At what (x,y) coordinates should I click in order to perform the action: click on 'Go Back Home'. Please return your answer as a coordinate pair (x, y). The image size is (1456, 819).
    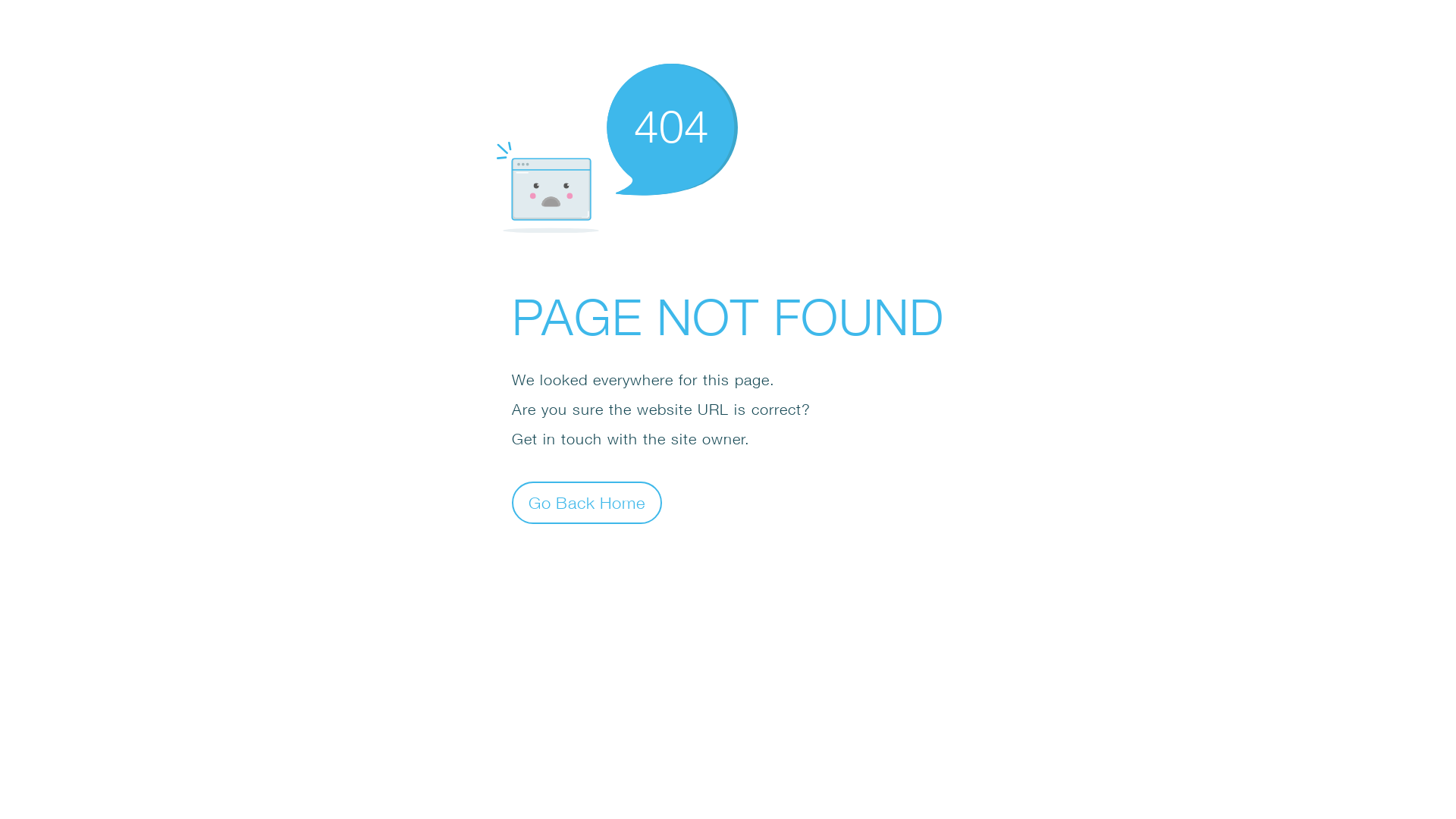
    Looking at the image, I should click on (585, 503).